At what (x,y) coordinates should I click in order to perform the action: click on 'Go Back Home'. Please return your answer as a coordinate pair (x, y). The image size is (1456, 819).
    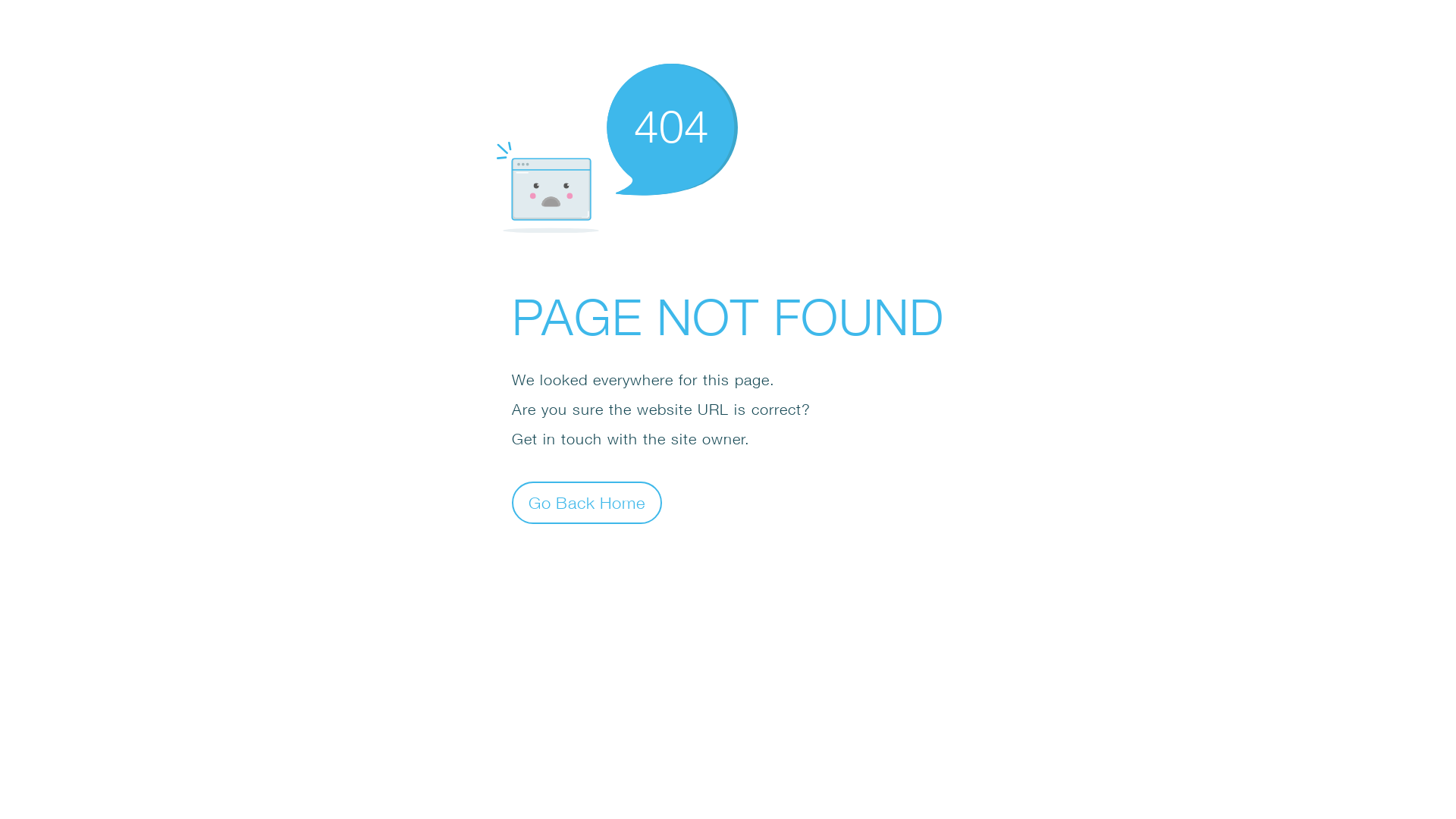
    Looking at the image, I should click on (585, 503).